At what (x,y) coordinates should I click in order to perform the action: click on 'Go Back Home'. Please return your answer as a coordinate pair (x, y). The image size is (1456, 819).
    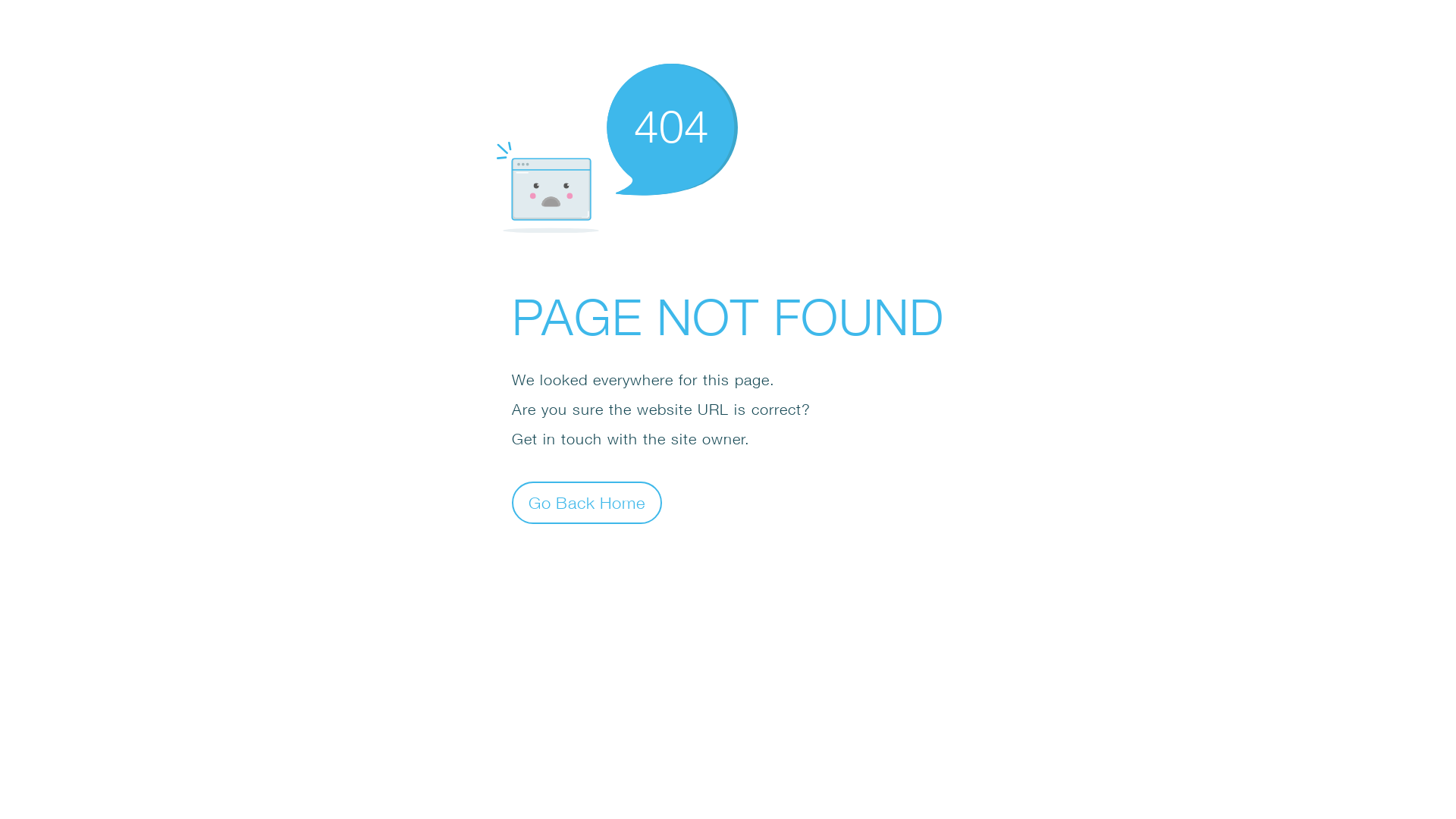
    Looking at the image, I should click on (585, 503).